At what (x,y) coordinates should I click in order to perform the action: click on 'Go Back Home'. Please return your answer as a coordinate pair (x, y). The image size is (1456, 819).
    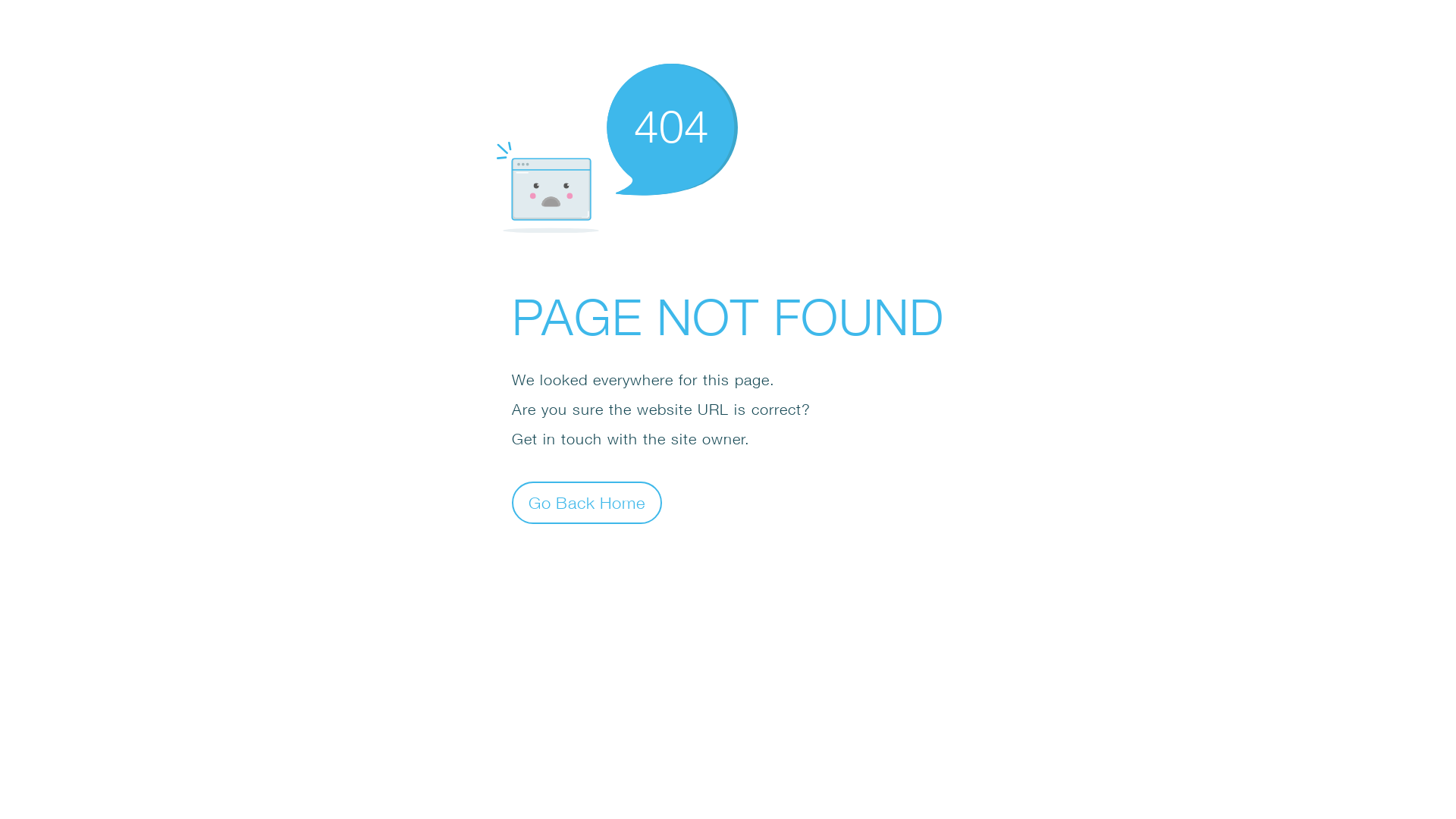
    Looking at the image, I should click on (585, 503).